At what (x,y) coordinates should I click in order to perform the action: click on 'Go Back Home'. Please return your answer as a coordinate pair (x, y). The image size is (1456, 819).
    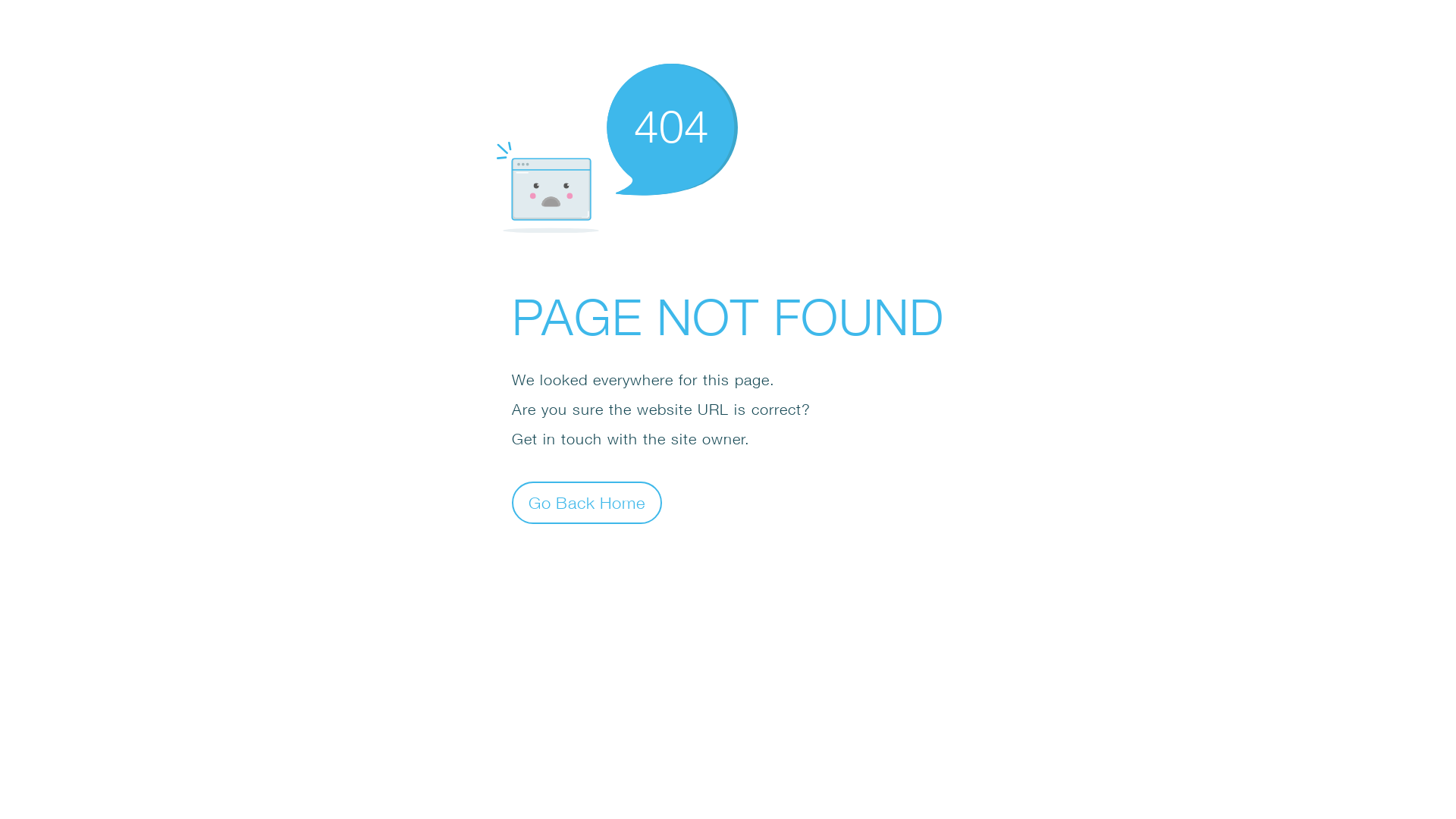
    Looking at the image, I should click on (585, 503).